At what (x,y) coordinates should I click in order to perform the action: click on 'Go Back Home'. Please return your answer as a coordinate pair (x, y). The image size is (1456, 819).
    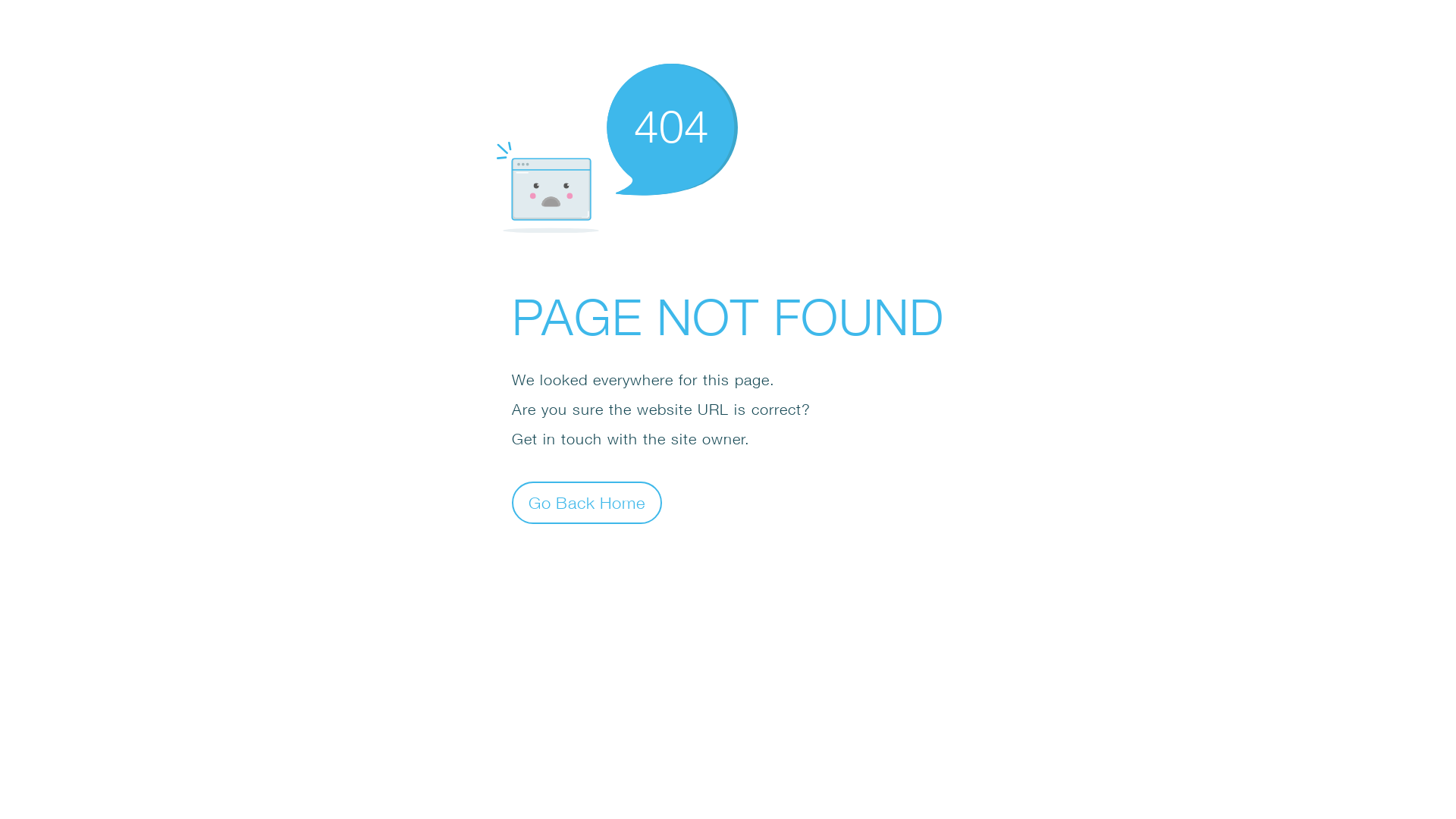
    Looking at the image, I should click on (585, 503).